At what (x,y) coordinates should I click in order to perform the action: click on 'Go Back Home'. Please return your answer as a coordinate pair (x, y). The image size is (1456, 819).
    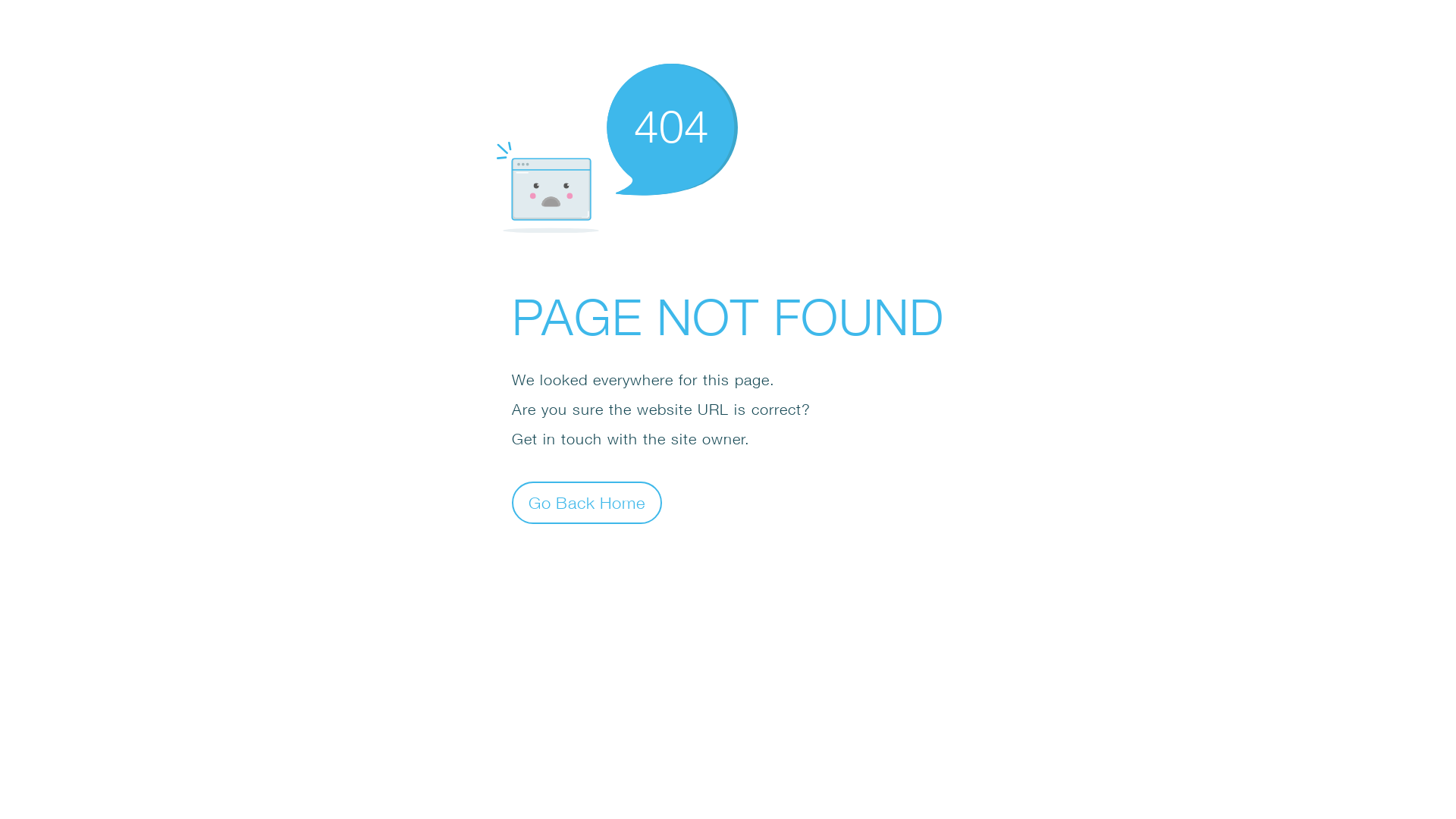
    Looking at the image, I should click on (585, 503).